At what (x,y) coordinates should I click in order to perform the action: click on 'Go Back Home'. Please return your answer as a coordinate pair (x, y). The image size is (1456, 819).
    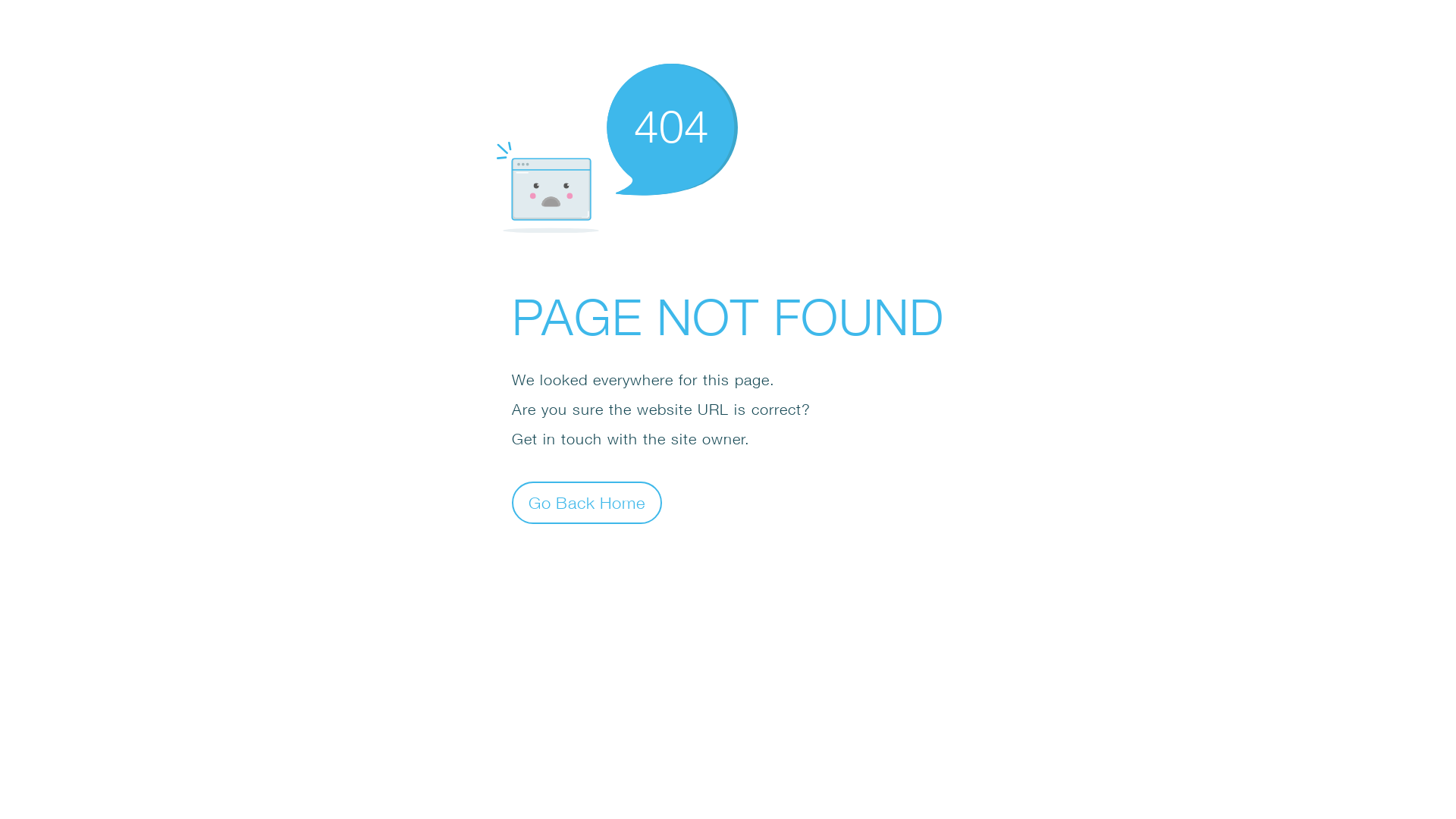
    Looking at the image, I should click on (585, 503).